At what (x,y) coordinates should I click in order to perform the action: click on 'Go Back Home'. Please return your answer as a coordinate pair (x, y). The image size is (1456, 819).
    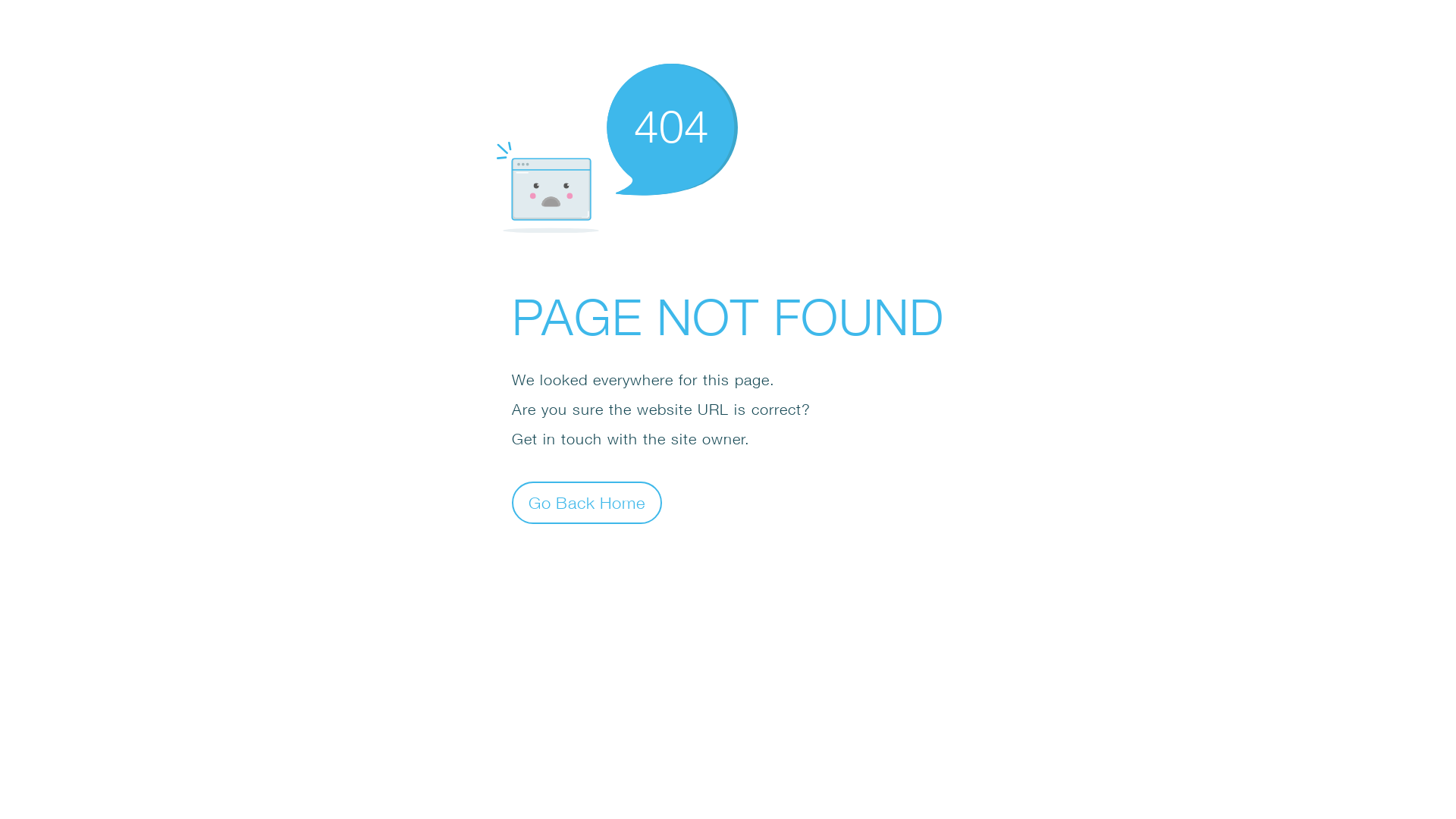
    Looking at the image, I should click on (585, 503).